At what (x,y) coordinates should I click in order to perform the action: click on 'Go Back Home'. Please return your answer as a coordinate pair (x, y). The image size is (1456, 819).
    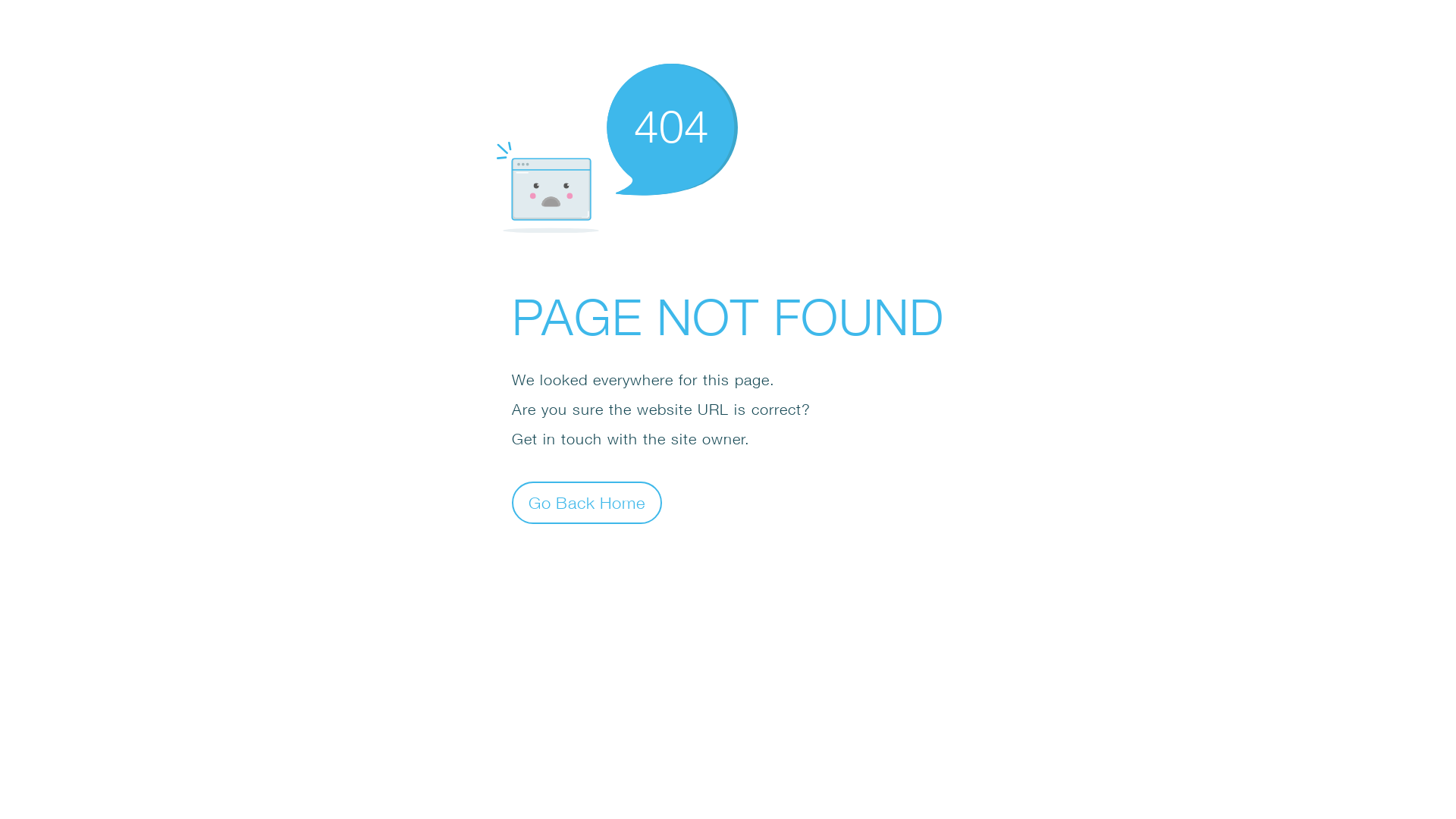
    Looking at the image, I should click on (585, 503).